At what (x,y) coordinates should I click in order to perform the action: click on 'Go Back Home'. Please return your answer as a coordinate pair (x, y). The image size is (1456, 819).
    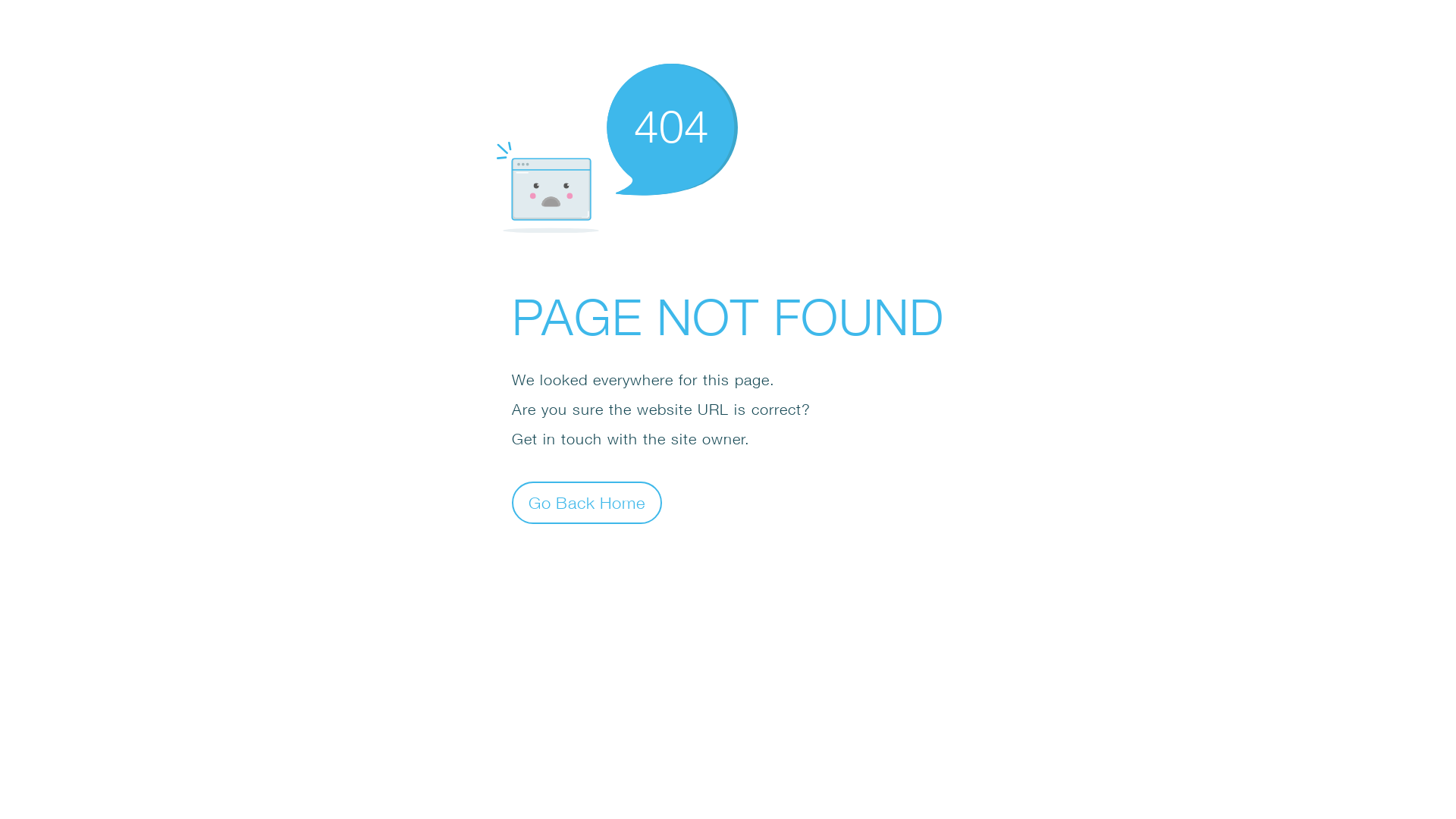
    Looking at the image, I should click on (585, 503).